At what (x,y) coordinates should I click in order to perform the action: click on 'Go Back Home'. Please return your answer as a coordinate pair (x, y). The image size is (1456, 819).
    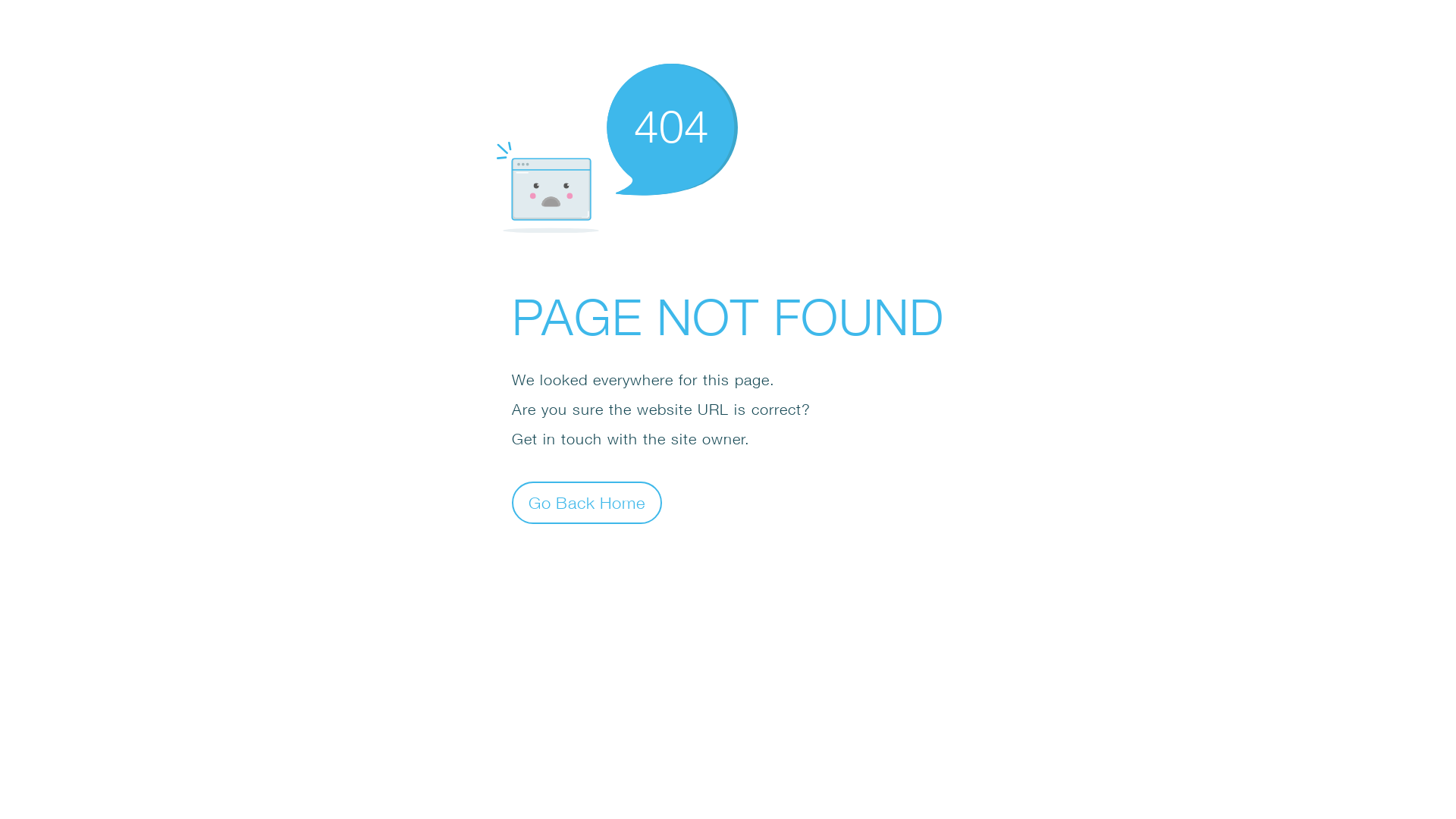
    Looking at the image, I should click on (585, 503).